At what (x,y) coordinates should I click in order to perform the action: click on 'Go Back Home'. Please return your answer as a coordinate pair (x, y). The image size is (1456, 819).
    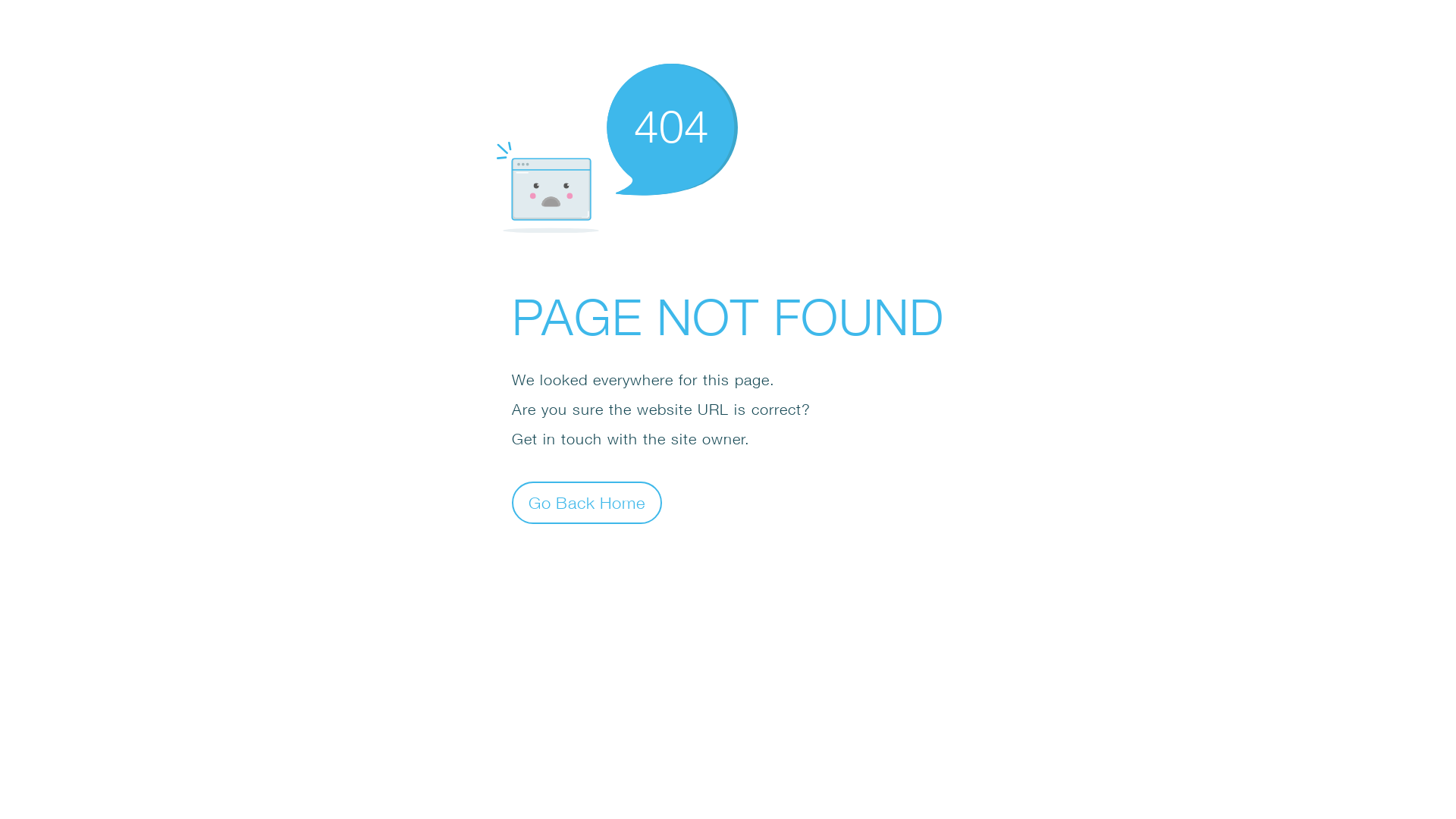
    Looking at the image, I should click on (585, 503).